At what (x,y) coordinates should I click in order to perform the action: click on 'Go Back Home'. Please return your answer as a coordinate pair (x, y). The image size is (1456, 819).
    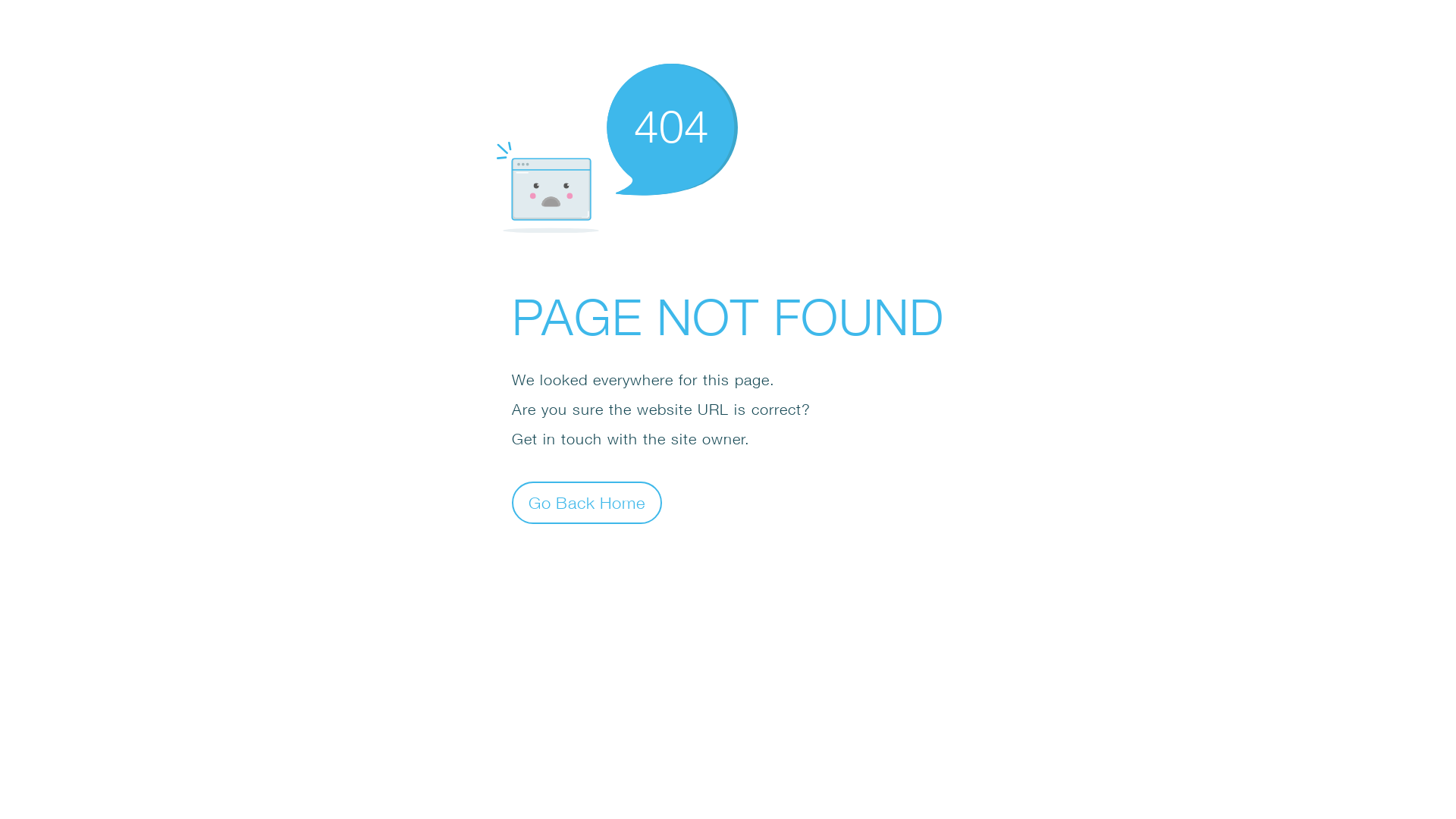
    Looking at the image, I should click on (585, 503).